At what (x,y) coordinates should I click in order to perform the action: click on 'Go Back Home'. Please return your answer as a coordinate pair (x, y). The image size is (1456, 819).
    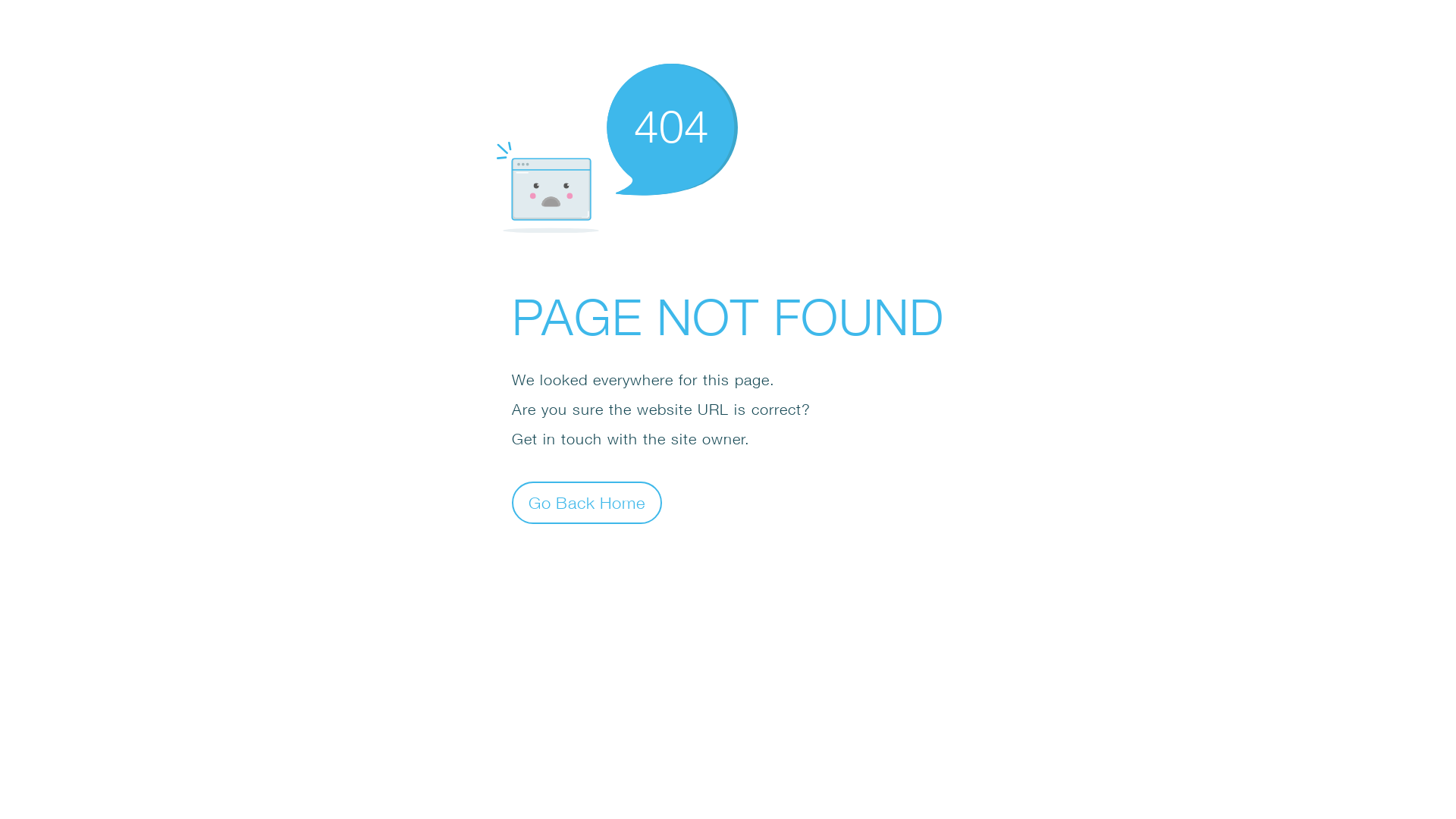
    Looking at the image, I should click on (585, 503).